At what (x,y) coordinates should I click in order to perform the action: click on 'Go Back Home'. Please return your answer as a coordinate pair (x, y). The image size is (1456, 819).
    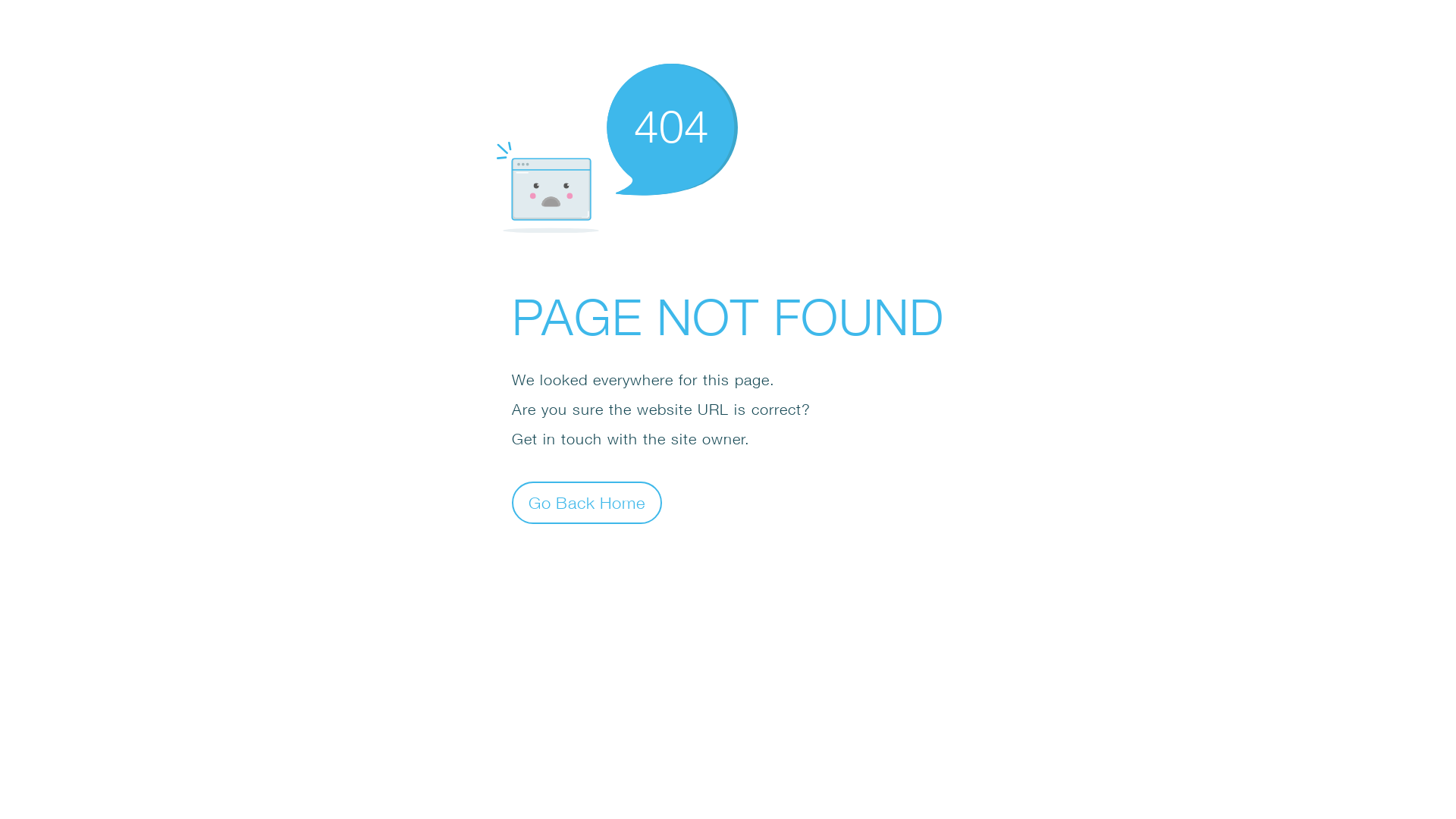
    Looking at the image, I should click on (585, 503).